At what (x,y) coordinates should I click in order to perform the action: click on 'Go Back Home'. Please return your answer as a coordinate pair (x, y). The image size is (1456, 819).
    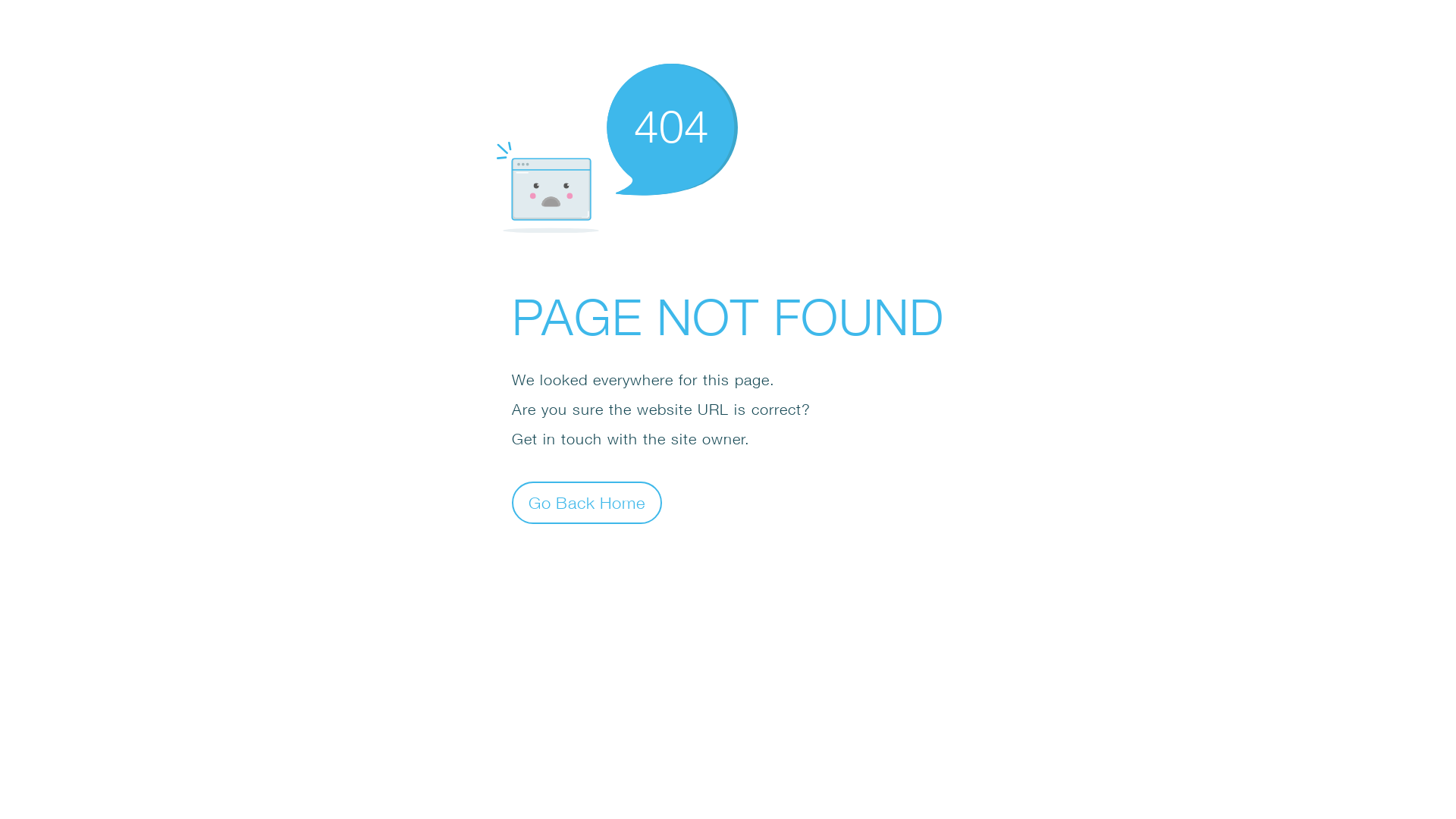
    Looking at the image, I should click on (585, 503).